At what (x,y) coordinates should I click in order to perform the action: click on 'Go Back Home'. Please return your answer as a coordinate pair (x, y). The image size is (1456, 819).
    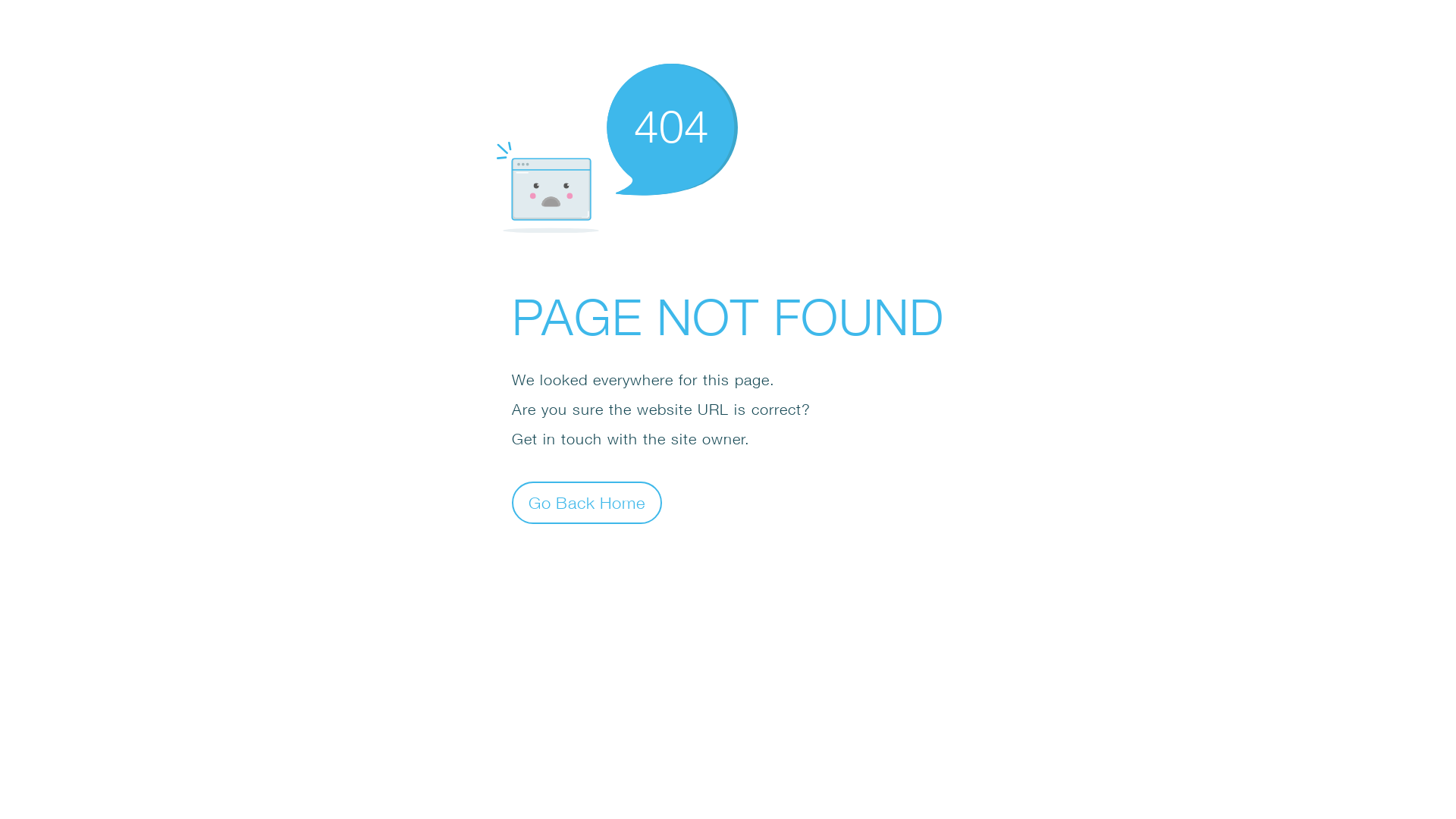
    Looking at the image, I should click on (585, 503).